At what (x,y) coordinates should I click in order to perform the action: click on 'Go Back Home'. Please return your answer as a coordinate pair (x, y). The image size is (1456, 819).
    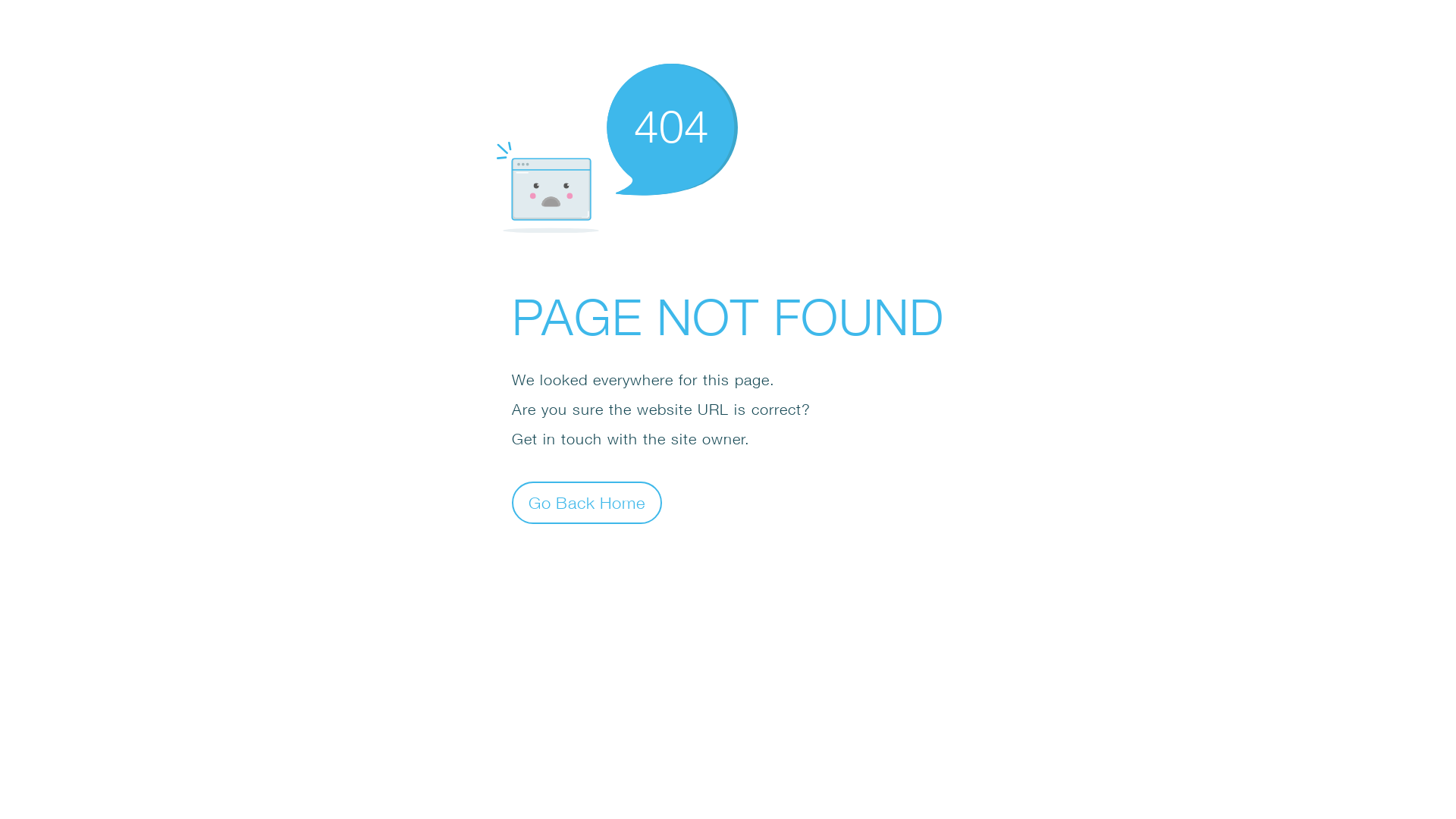
    Looking at the image, I should click on (585, 503).